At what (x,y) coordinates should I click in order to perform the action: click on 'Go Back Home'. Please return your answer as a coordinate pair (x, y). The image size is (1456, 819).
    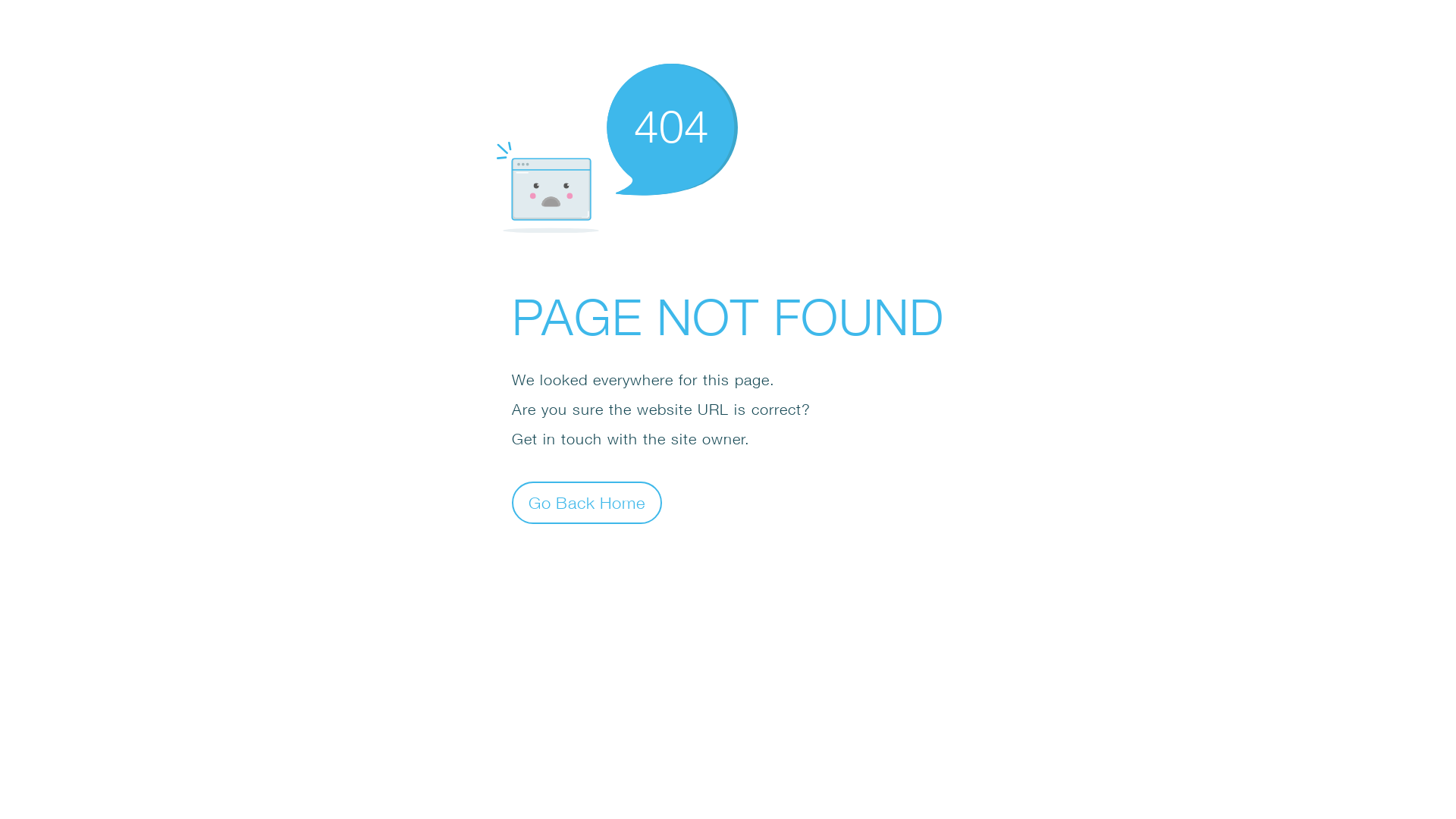
    Looking at the image, I should click on (585, 503).